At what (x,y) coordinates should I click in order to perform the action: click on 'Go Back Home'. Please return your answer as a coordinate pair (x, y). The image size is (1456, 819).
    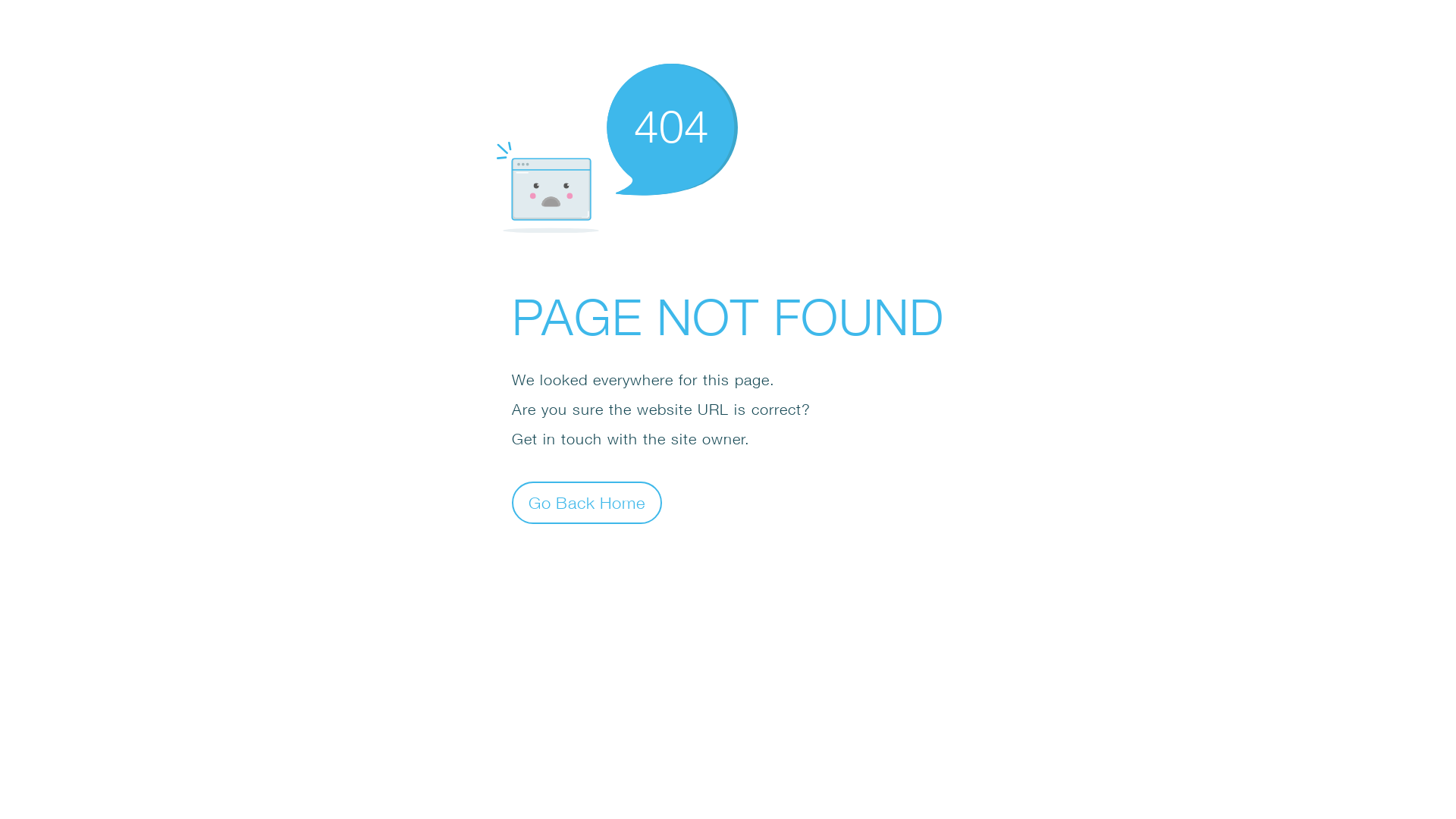
    Looking at the image, I should click on (585, 503).